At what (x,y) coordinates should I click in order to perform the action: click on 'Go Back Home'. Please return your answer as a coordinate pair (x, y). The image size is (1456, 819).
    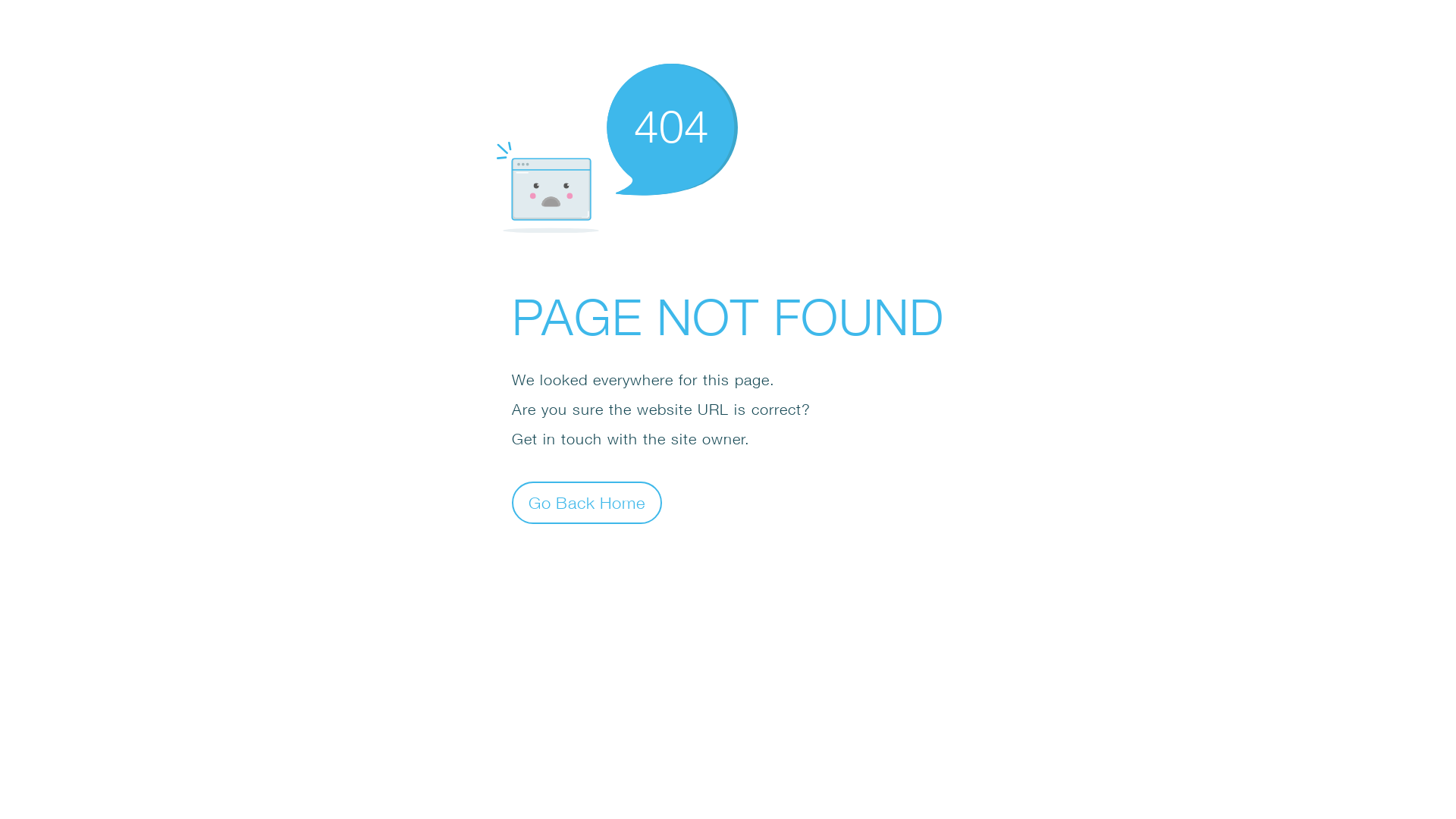
    Looking at the image, I should click on (585, 503).